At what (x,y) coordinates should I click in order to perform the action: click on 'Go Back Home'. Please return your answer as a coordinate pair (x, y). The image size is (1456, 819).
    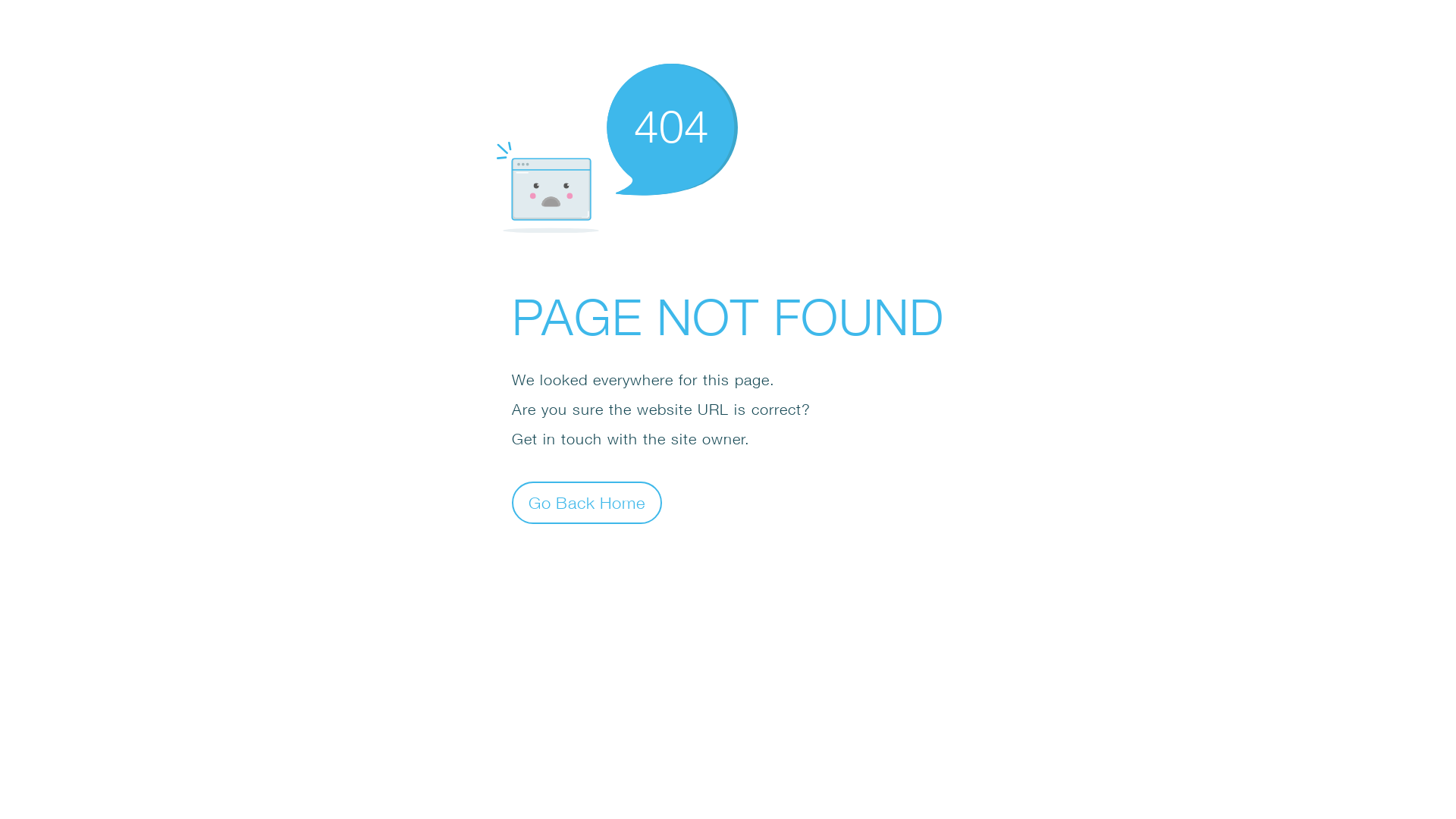
    Looking at the image, I should click on (585, 503).